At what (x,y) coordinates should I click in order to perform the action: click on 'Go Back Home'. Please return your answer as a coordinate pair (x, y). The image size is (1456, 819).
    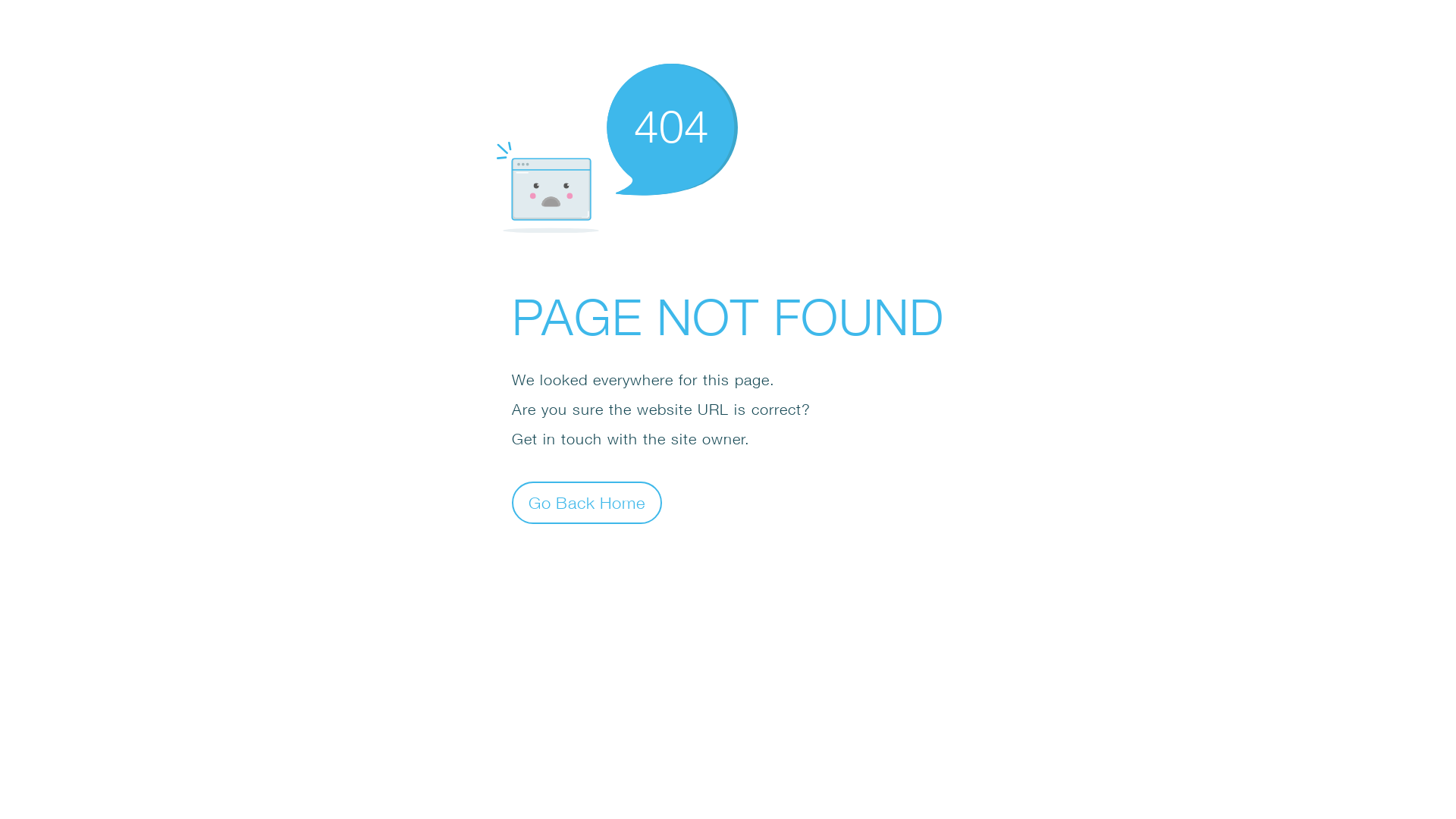
    Looking at the image, I should click on (585, 503).